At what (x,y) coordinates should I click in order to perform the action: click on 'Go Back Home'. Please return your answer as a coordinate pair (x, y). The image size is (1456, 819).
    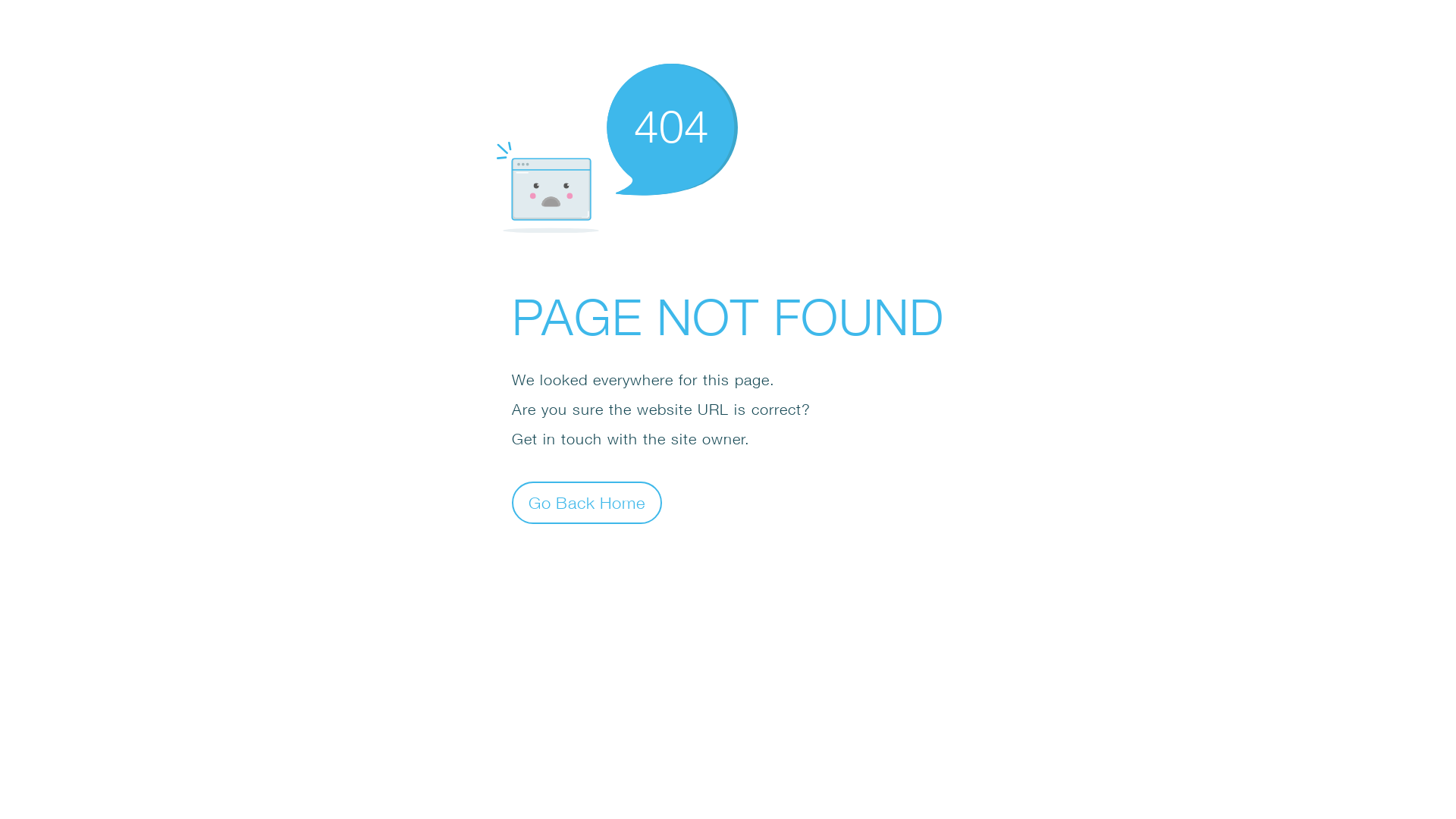
    Looking at the image, I should click on (585, 503).